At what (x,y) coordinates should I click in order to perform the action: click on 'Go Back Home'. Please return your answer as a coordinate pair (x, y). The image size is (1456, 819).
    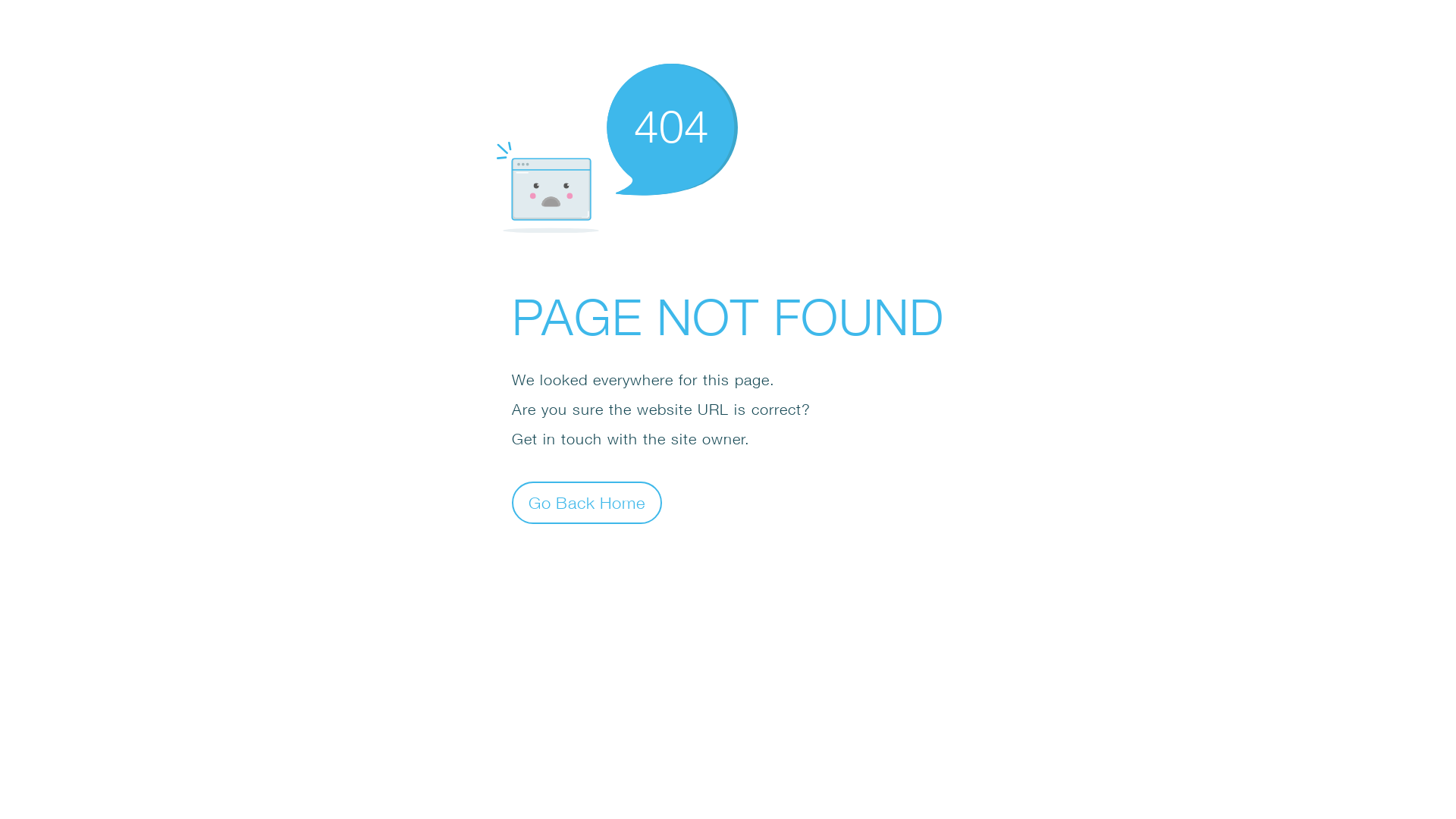
    Looking at the image, I should click on (585, 503).